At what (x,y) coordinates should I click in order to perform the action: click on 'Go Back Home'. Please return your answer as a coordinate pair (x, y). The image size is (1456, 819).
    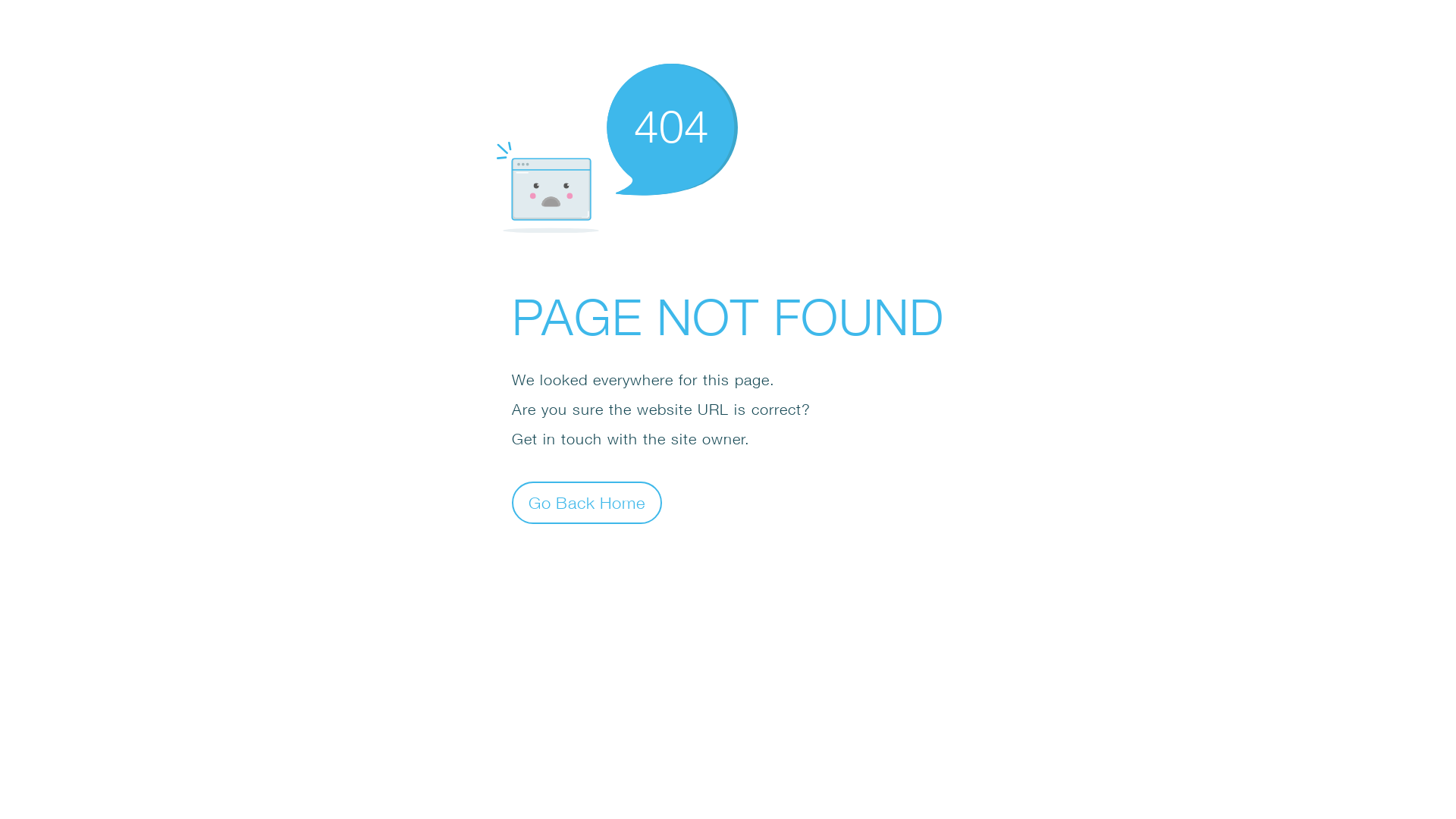
    Looking at the image, I should click on (585, 503).